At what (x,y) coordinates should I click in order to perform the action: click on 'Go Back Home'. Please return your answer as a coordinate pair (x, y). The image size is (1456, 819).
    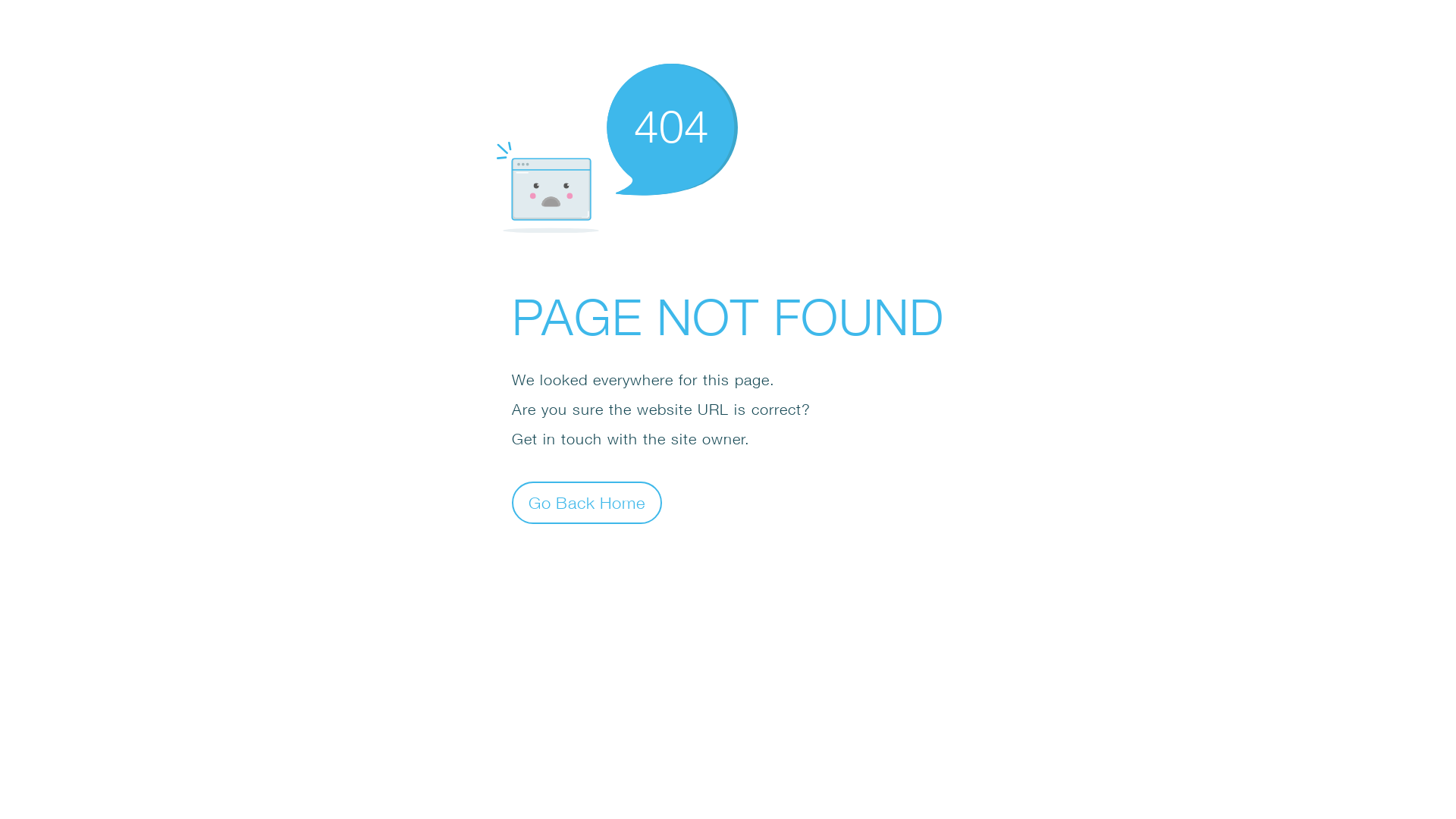
    Looking at the image, I should click on (585, 503).